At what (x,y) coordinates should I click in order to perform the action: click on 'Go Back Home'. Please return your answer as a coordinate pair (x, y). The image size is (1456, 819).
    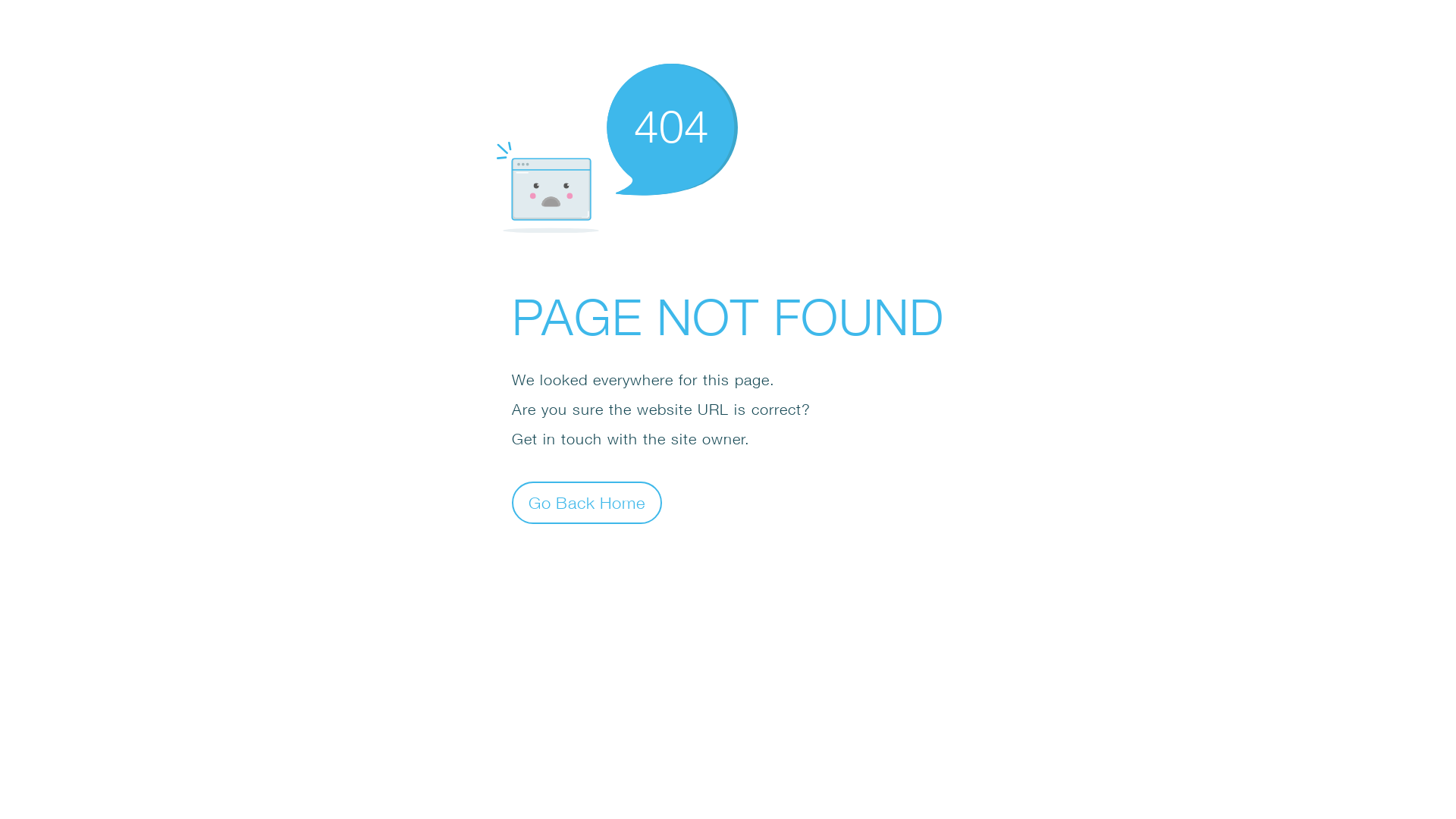
    Looking at the image, I should click on (585, 503).